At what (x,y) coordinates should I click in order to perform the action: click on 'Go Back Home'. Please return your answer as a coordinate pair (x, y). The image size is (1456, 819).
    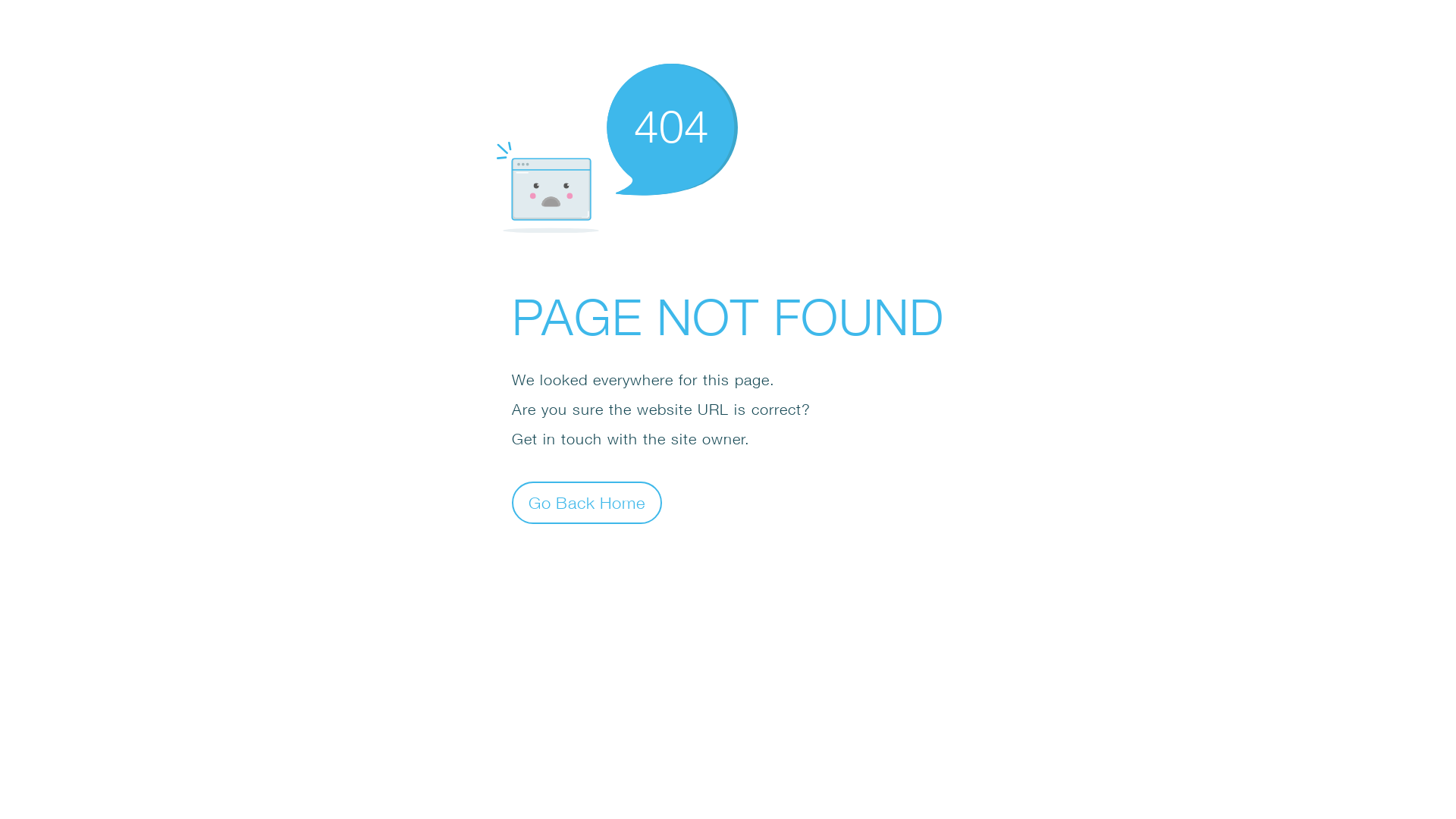
    Looking at the image, I should click on (585, 503).